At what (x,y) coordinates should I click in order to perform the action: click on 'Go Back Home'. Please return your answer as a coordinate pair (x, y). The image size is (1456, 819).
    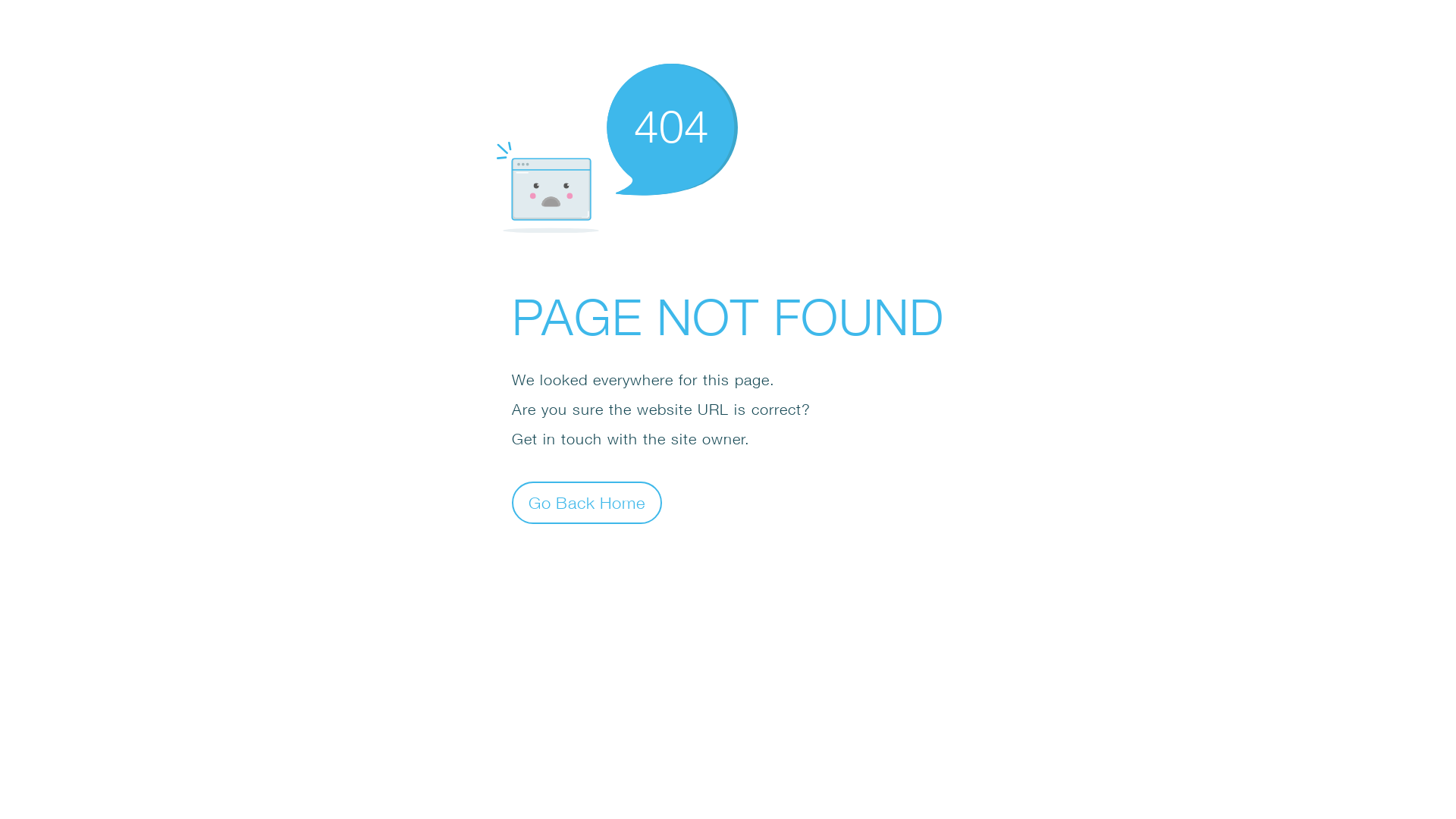
    Looking at the image, I should click on (585, 503).